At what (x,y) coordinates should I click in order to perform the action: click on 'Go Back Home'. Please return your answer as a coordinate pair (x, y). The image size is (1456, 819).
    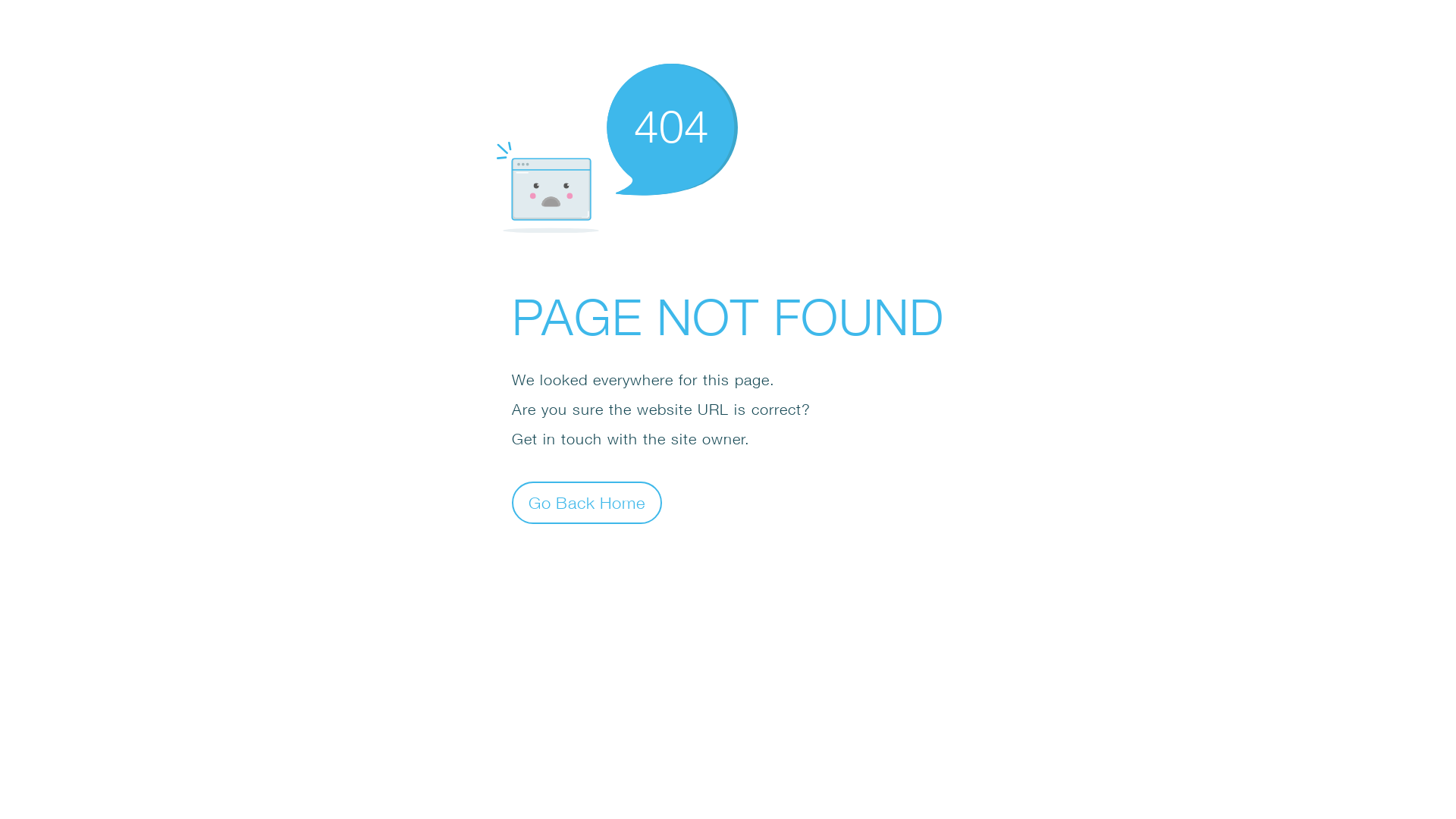
    Looking at the image, I should click on (585, 503).